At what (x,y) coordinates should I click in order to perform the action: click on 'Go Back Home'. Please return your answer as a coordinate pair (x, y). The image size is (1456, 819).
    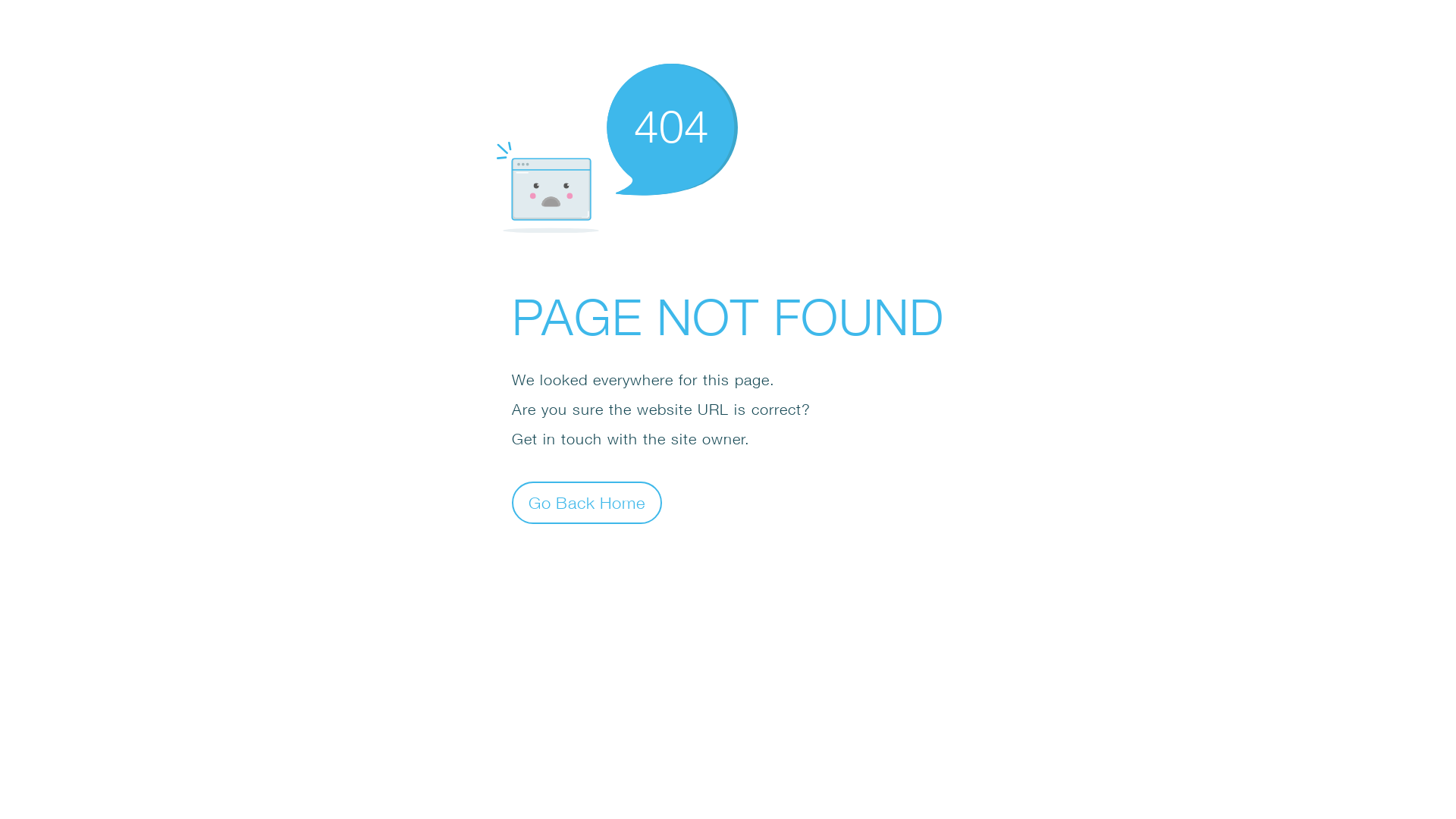
    Looking at the image, I should click on (585, 503).